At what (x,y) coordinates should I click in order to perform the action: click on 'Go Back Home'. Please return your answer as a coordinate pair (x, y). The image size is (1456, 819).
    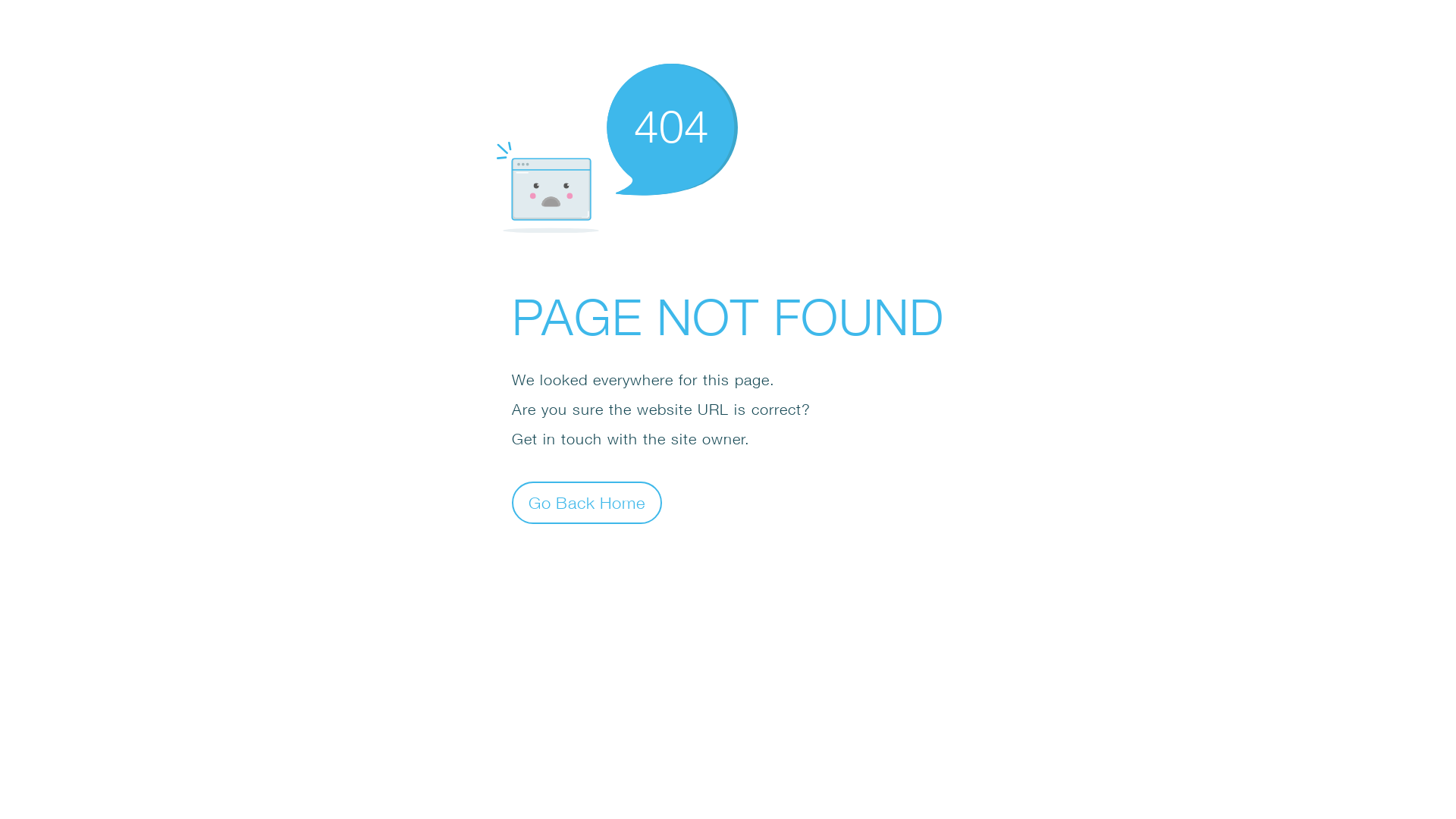
    Looking at the image, I should click on (585, 503).